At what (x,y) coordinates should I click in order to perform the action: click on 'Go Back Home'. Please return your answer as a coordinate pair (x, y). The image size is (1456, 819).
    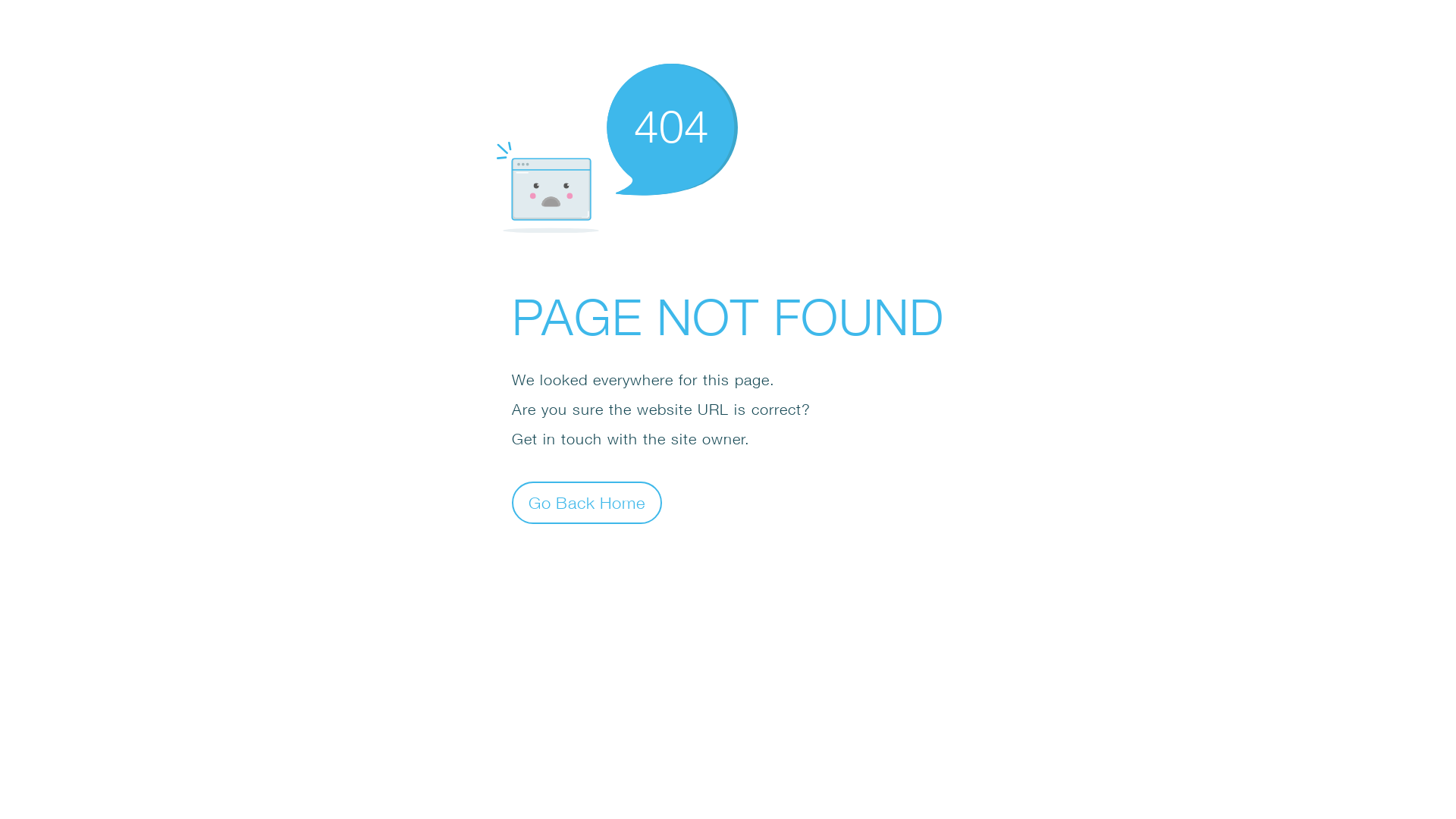
    Looking at the image, I should click on (585, 503).